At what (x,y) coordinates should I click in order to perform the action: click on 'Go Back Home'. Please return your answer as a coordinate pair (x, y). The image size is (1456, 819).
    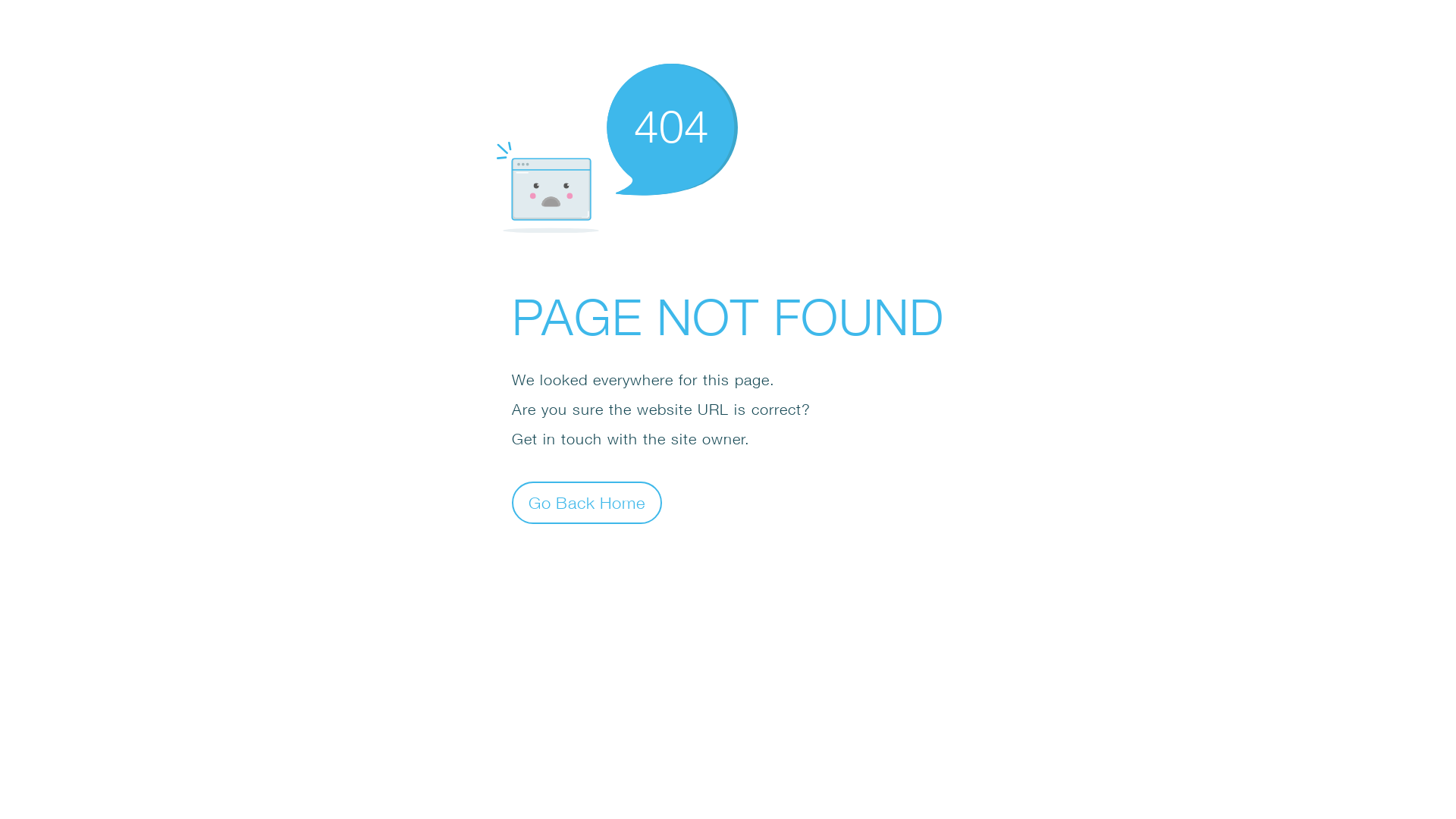
    Looking at the image, I should click on (585, 503).